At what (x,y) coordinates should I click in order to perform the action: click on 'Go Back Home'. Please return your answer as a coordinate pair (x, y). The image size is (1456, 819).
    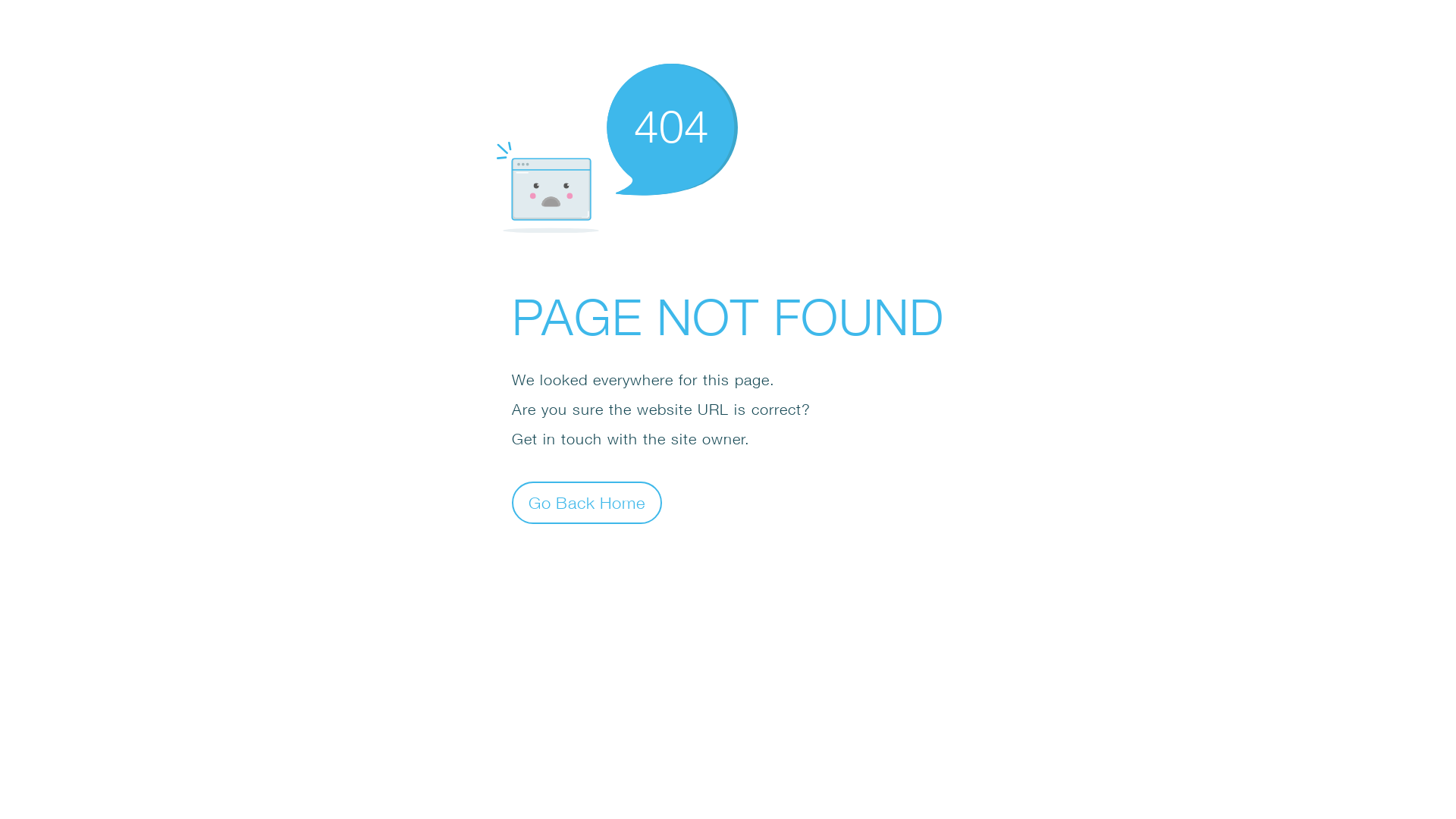
    Looking at the image, I should click on (585, 503).